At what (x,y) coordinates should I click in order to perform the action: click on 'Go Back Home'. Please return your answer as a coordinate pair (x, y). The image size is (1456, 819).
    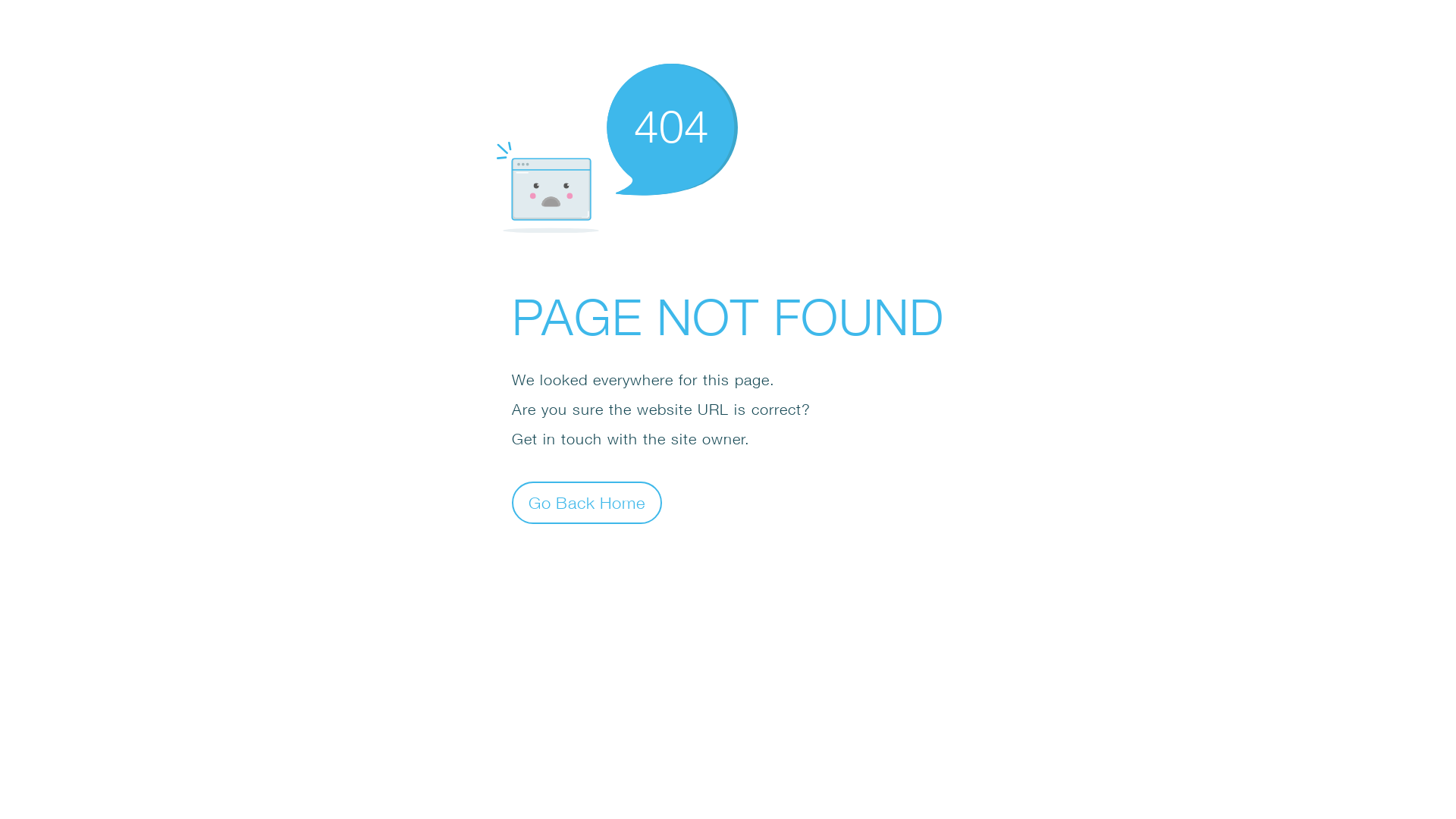
    Looking at the image, I should click on (585, 503).